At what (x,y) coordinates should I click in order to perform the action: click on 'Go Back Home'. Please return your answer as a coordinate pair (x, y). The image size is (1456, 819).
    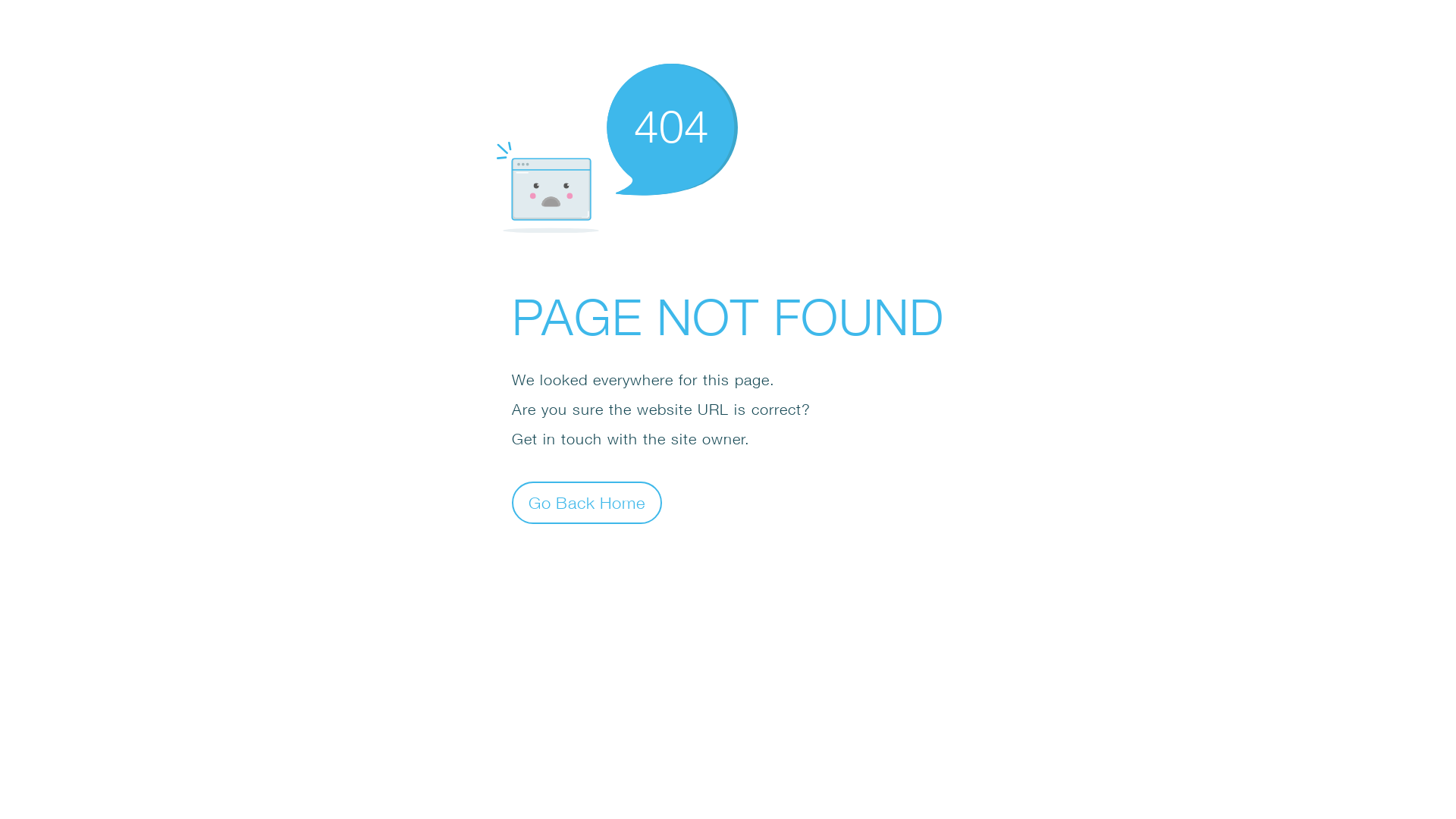
    Looking at the image, I should click on (585, 503).